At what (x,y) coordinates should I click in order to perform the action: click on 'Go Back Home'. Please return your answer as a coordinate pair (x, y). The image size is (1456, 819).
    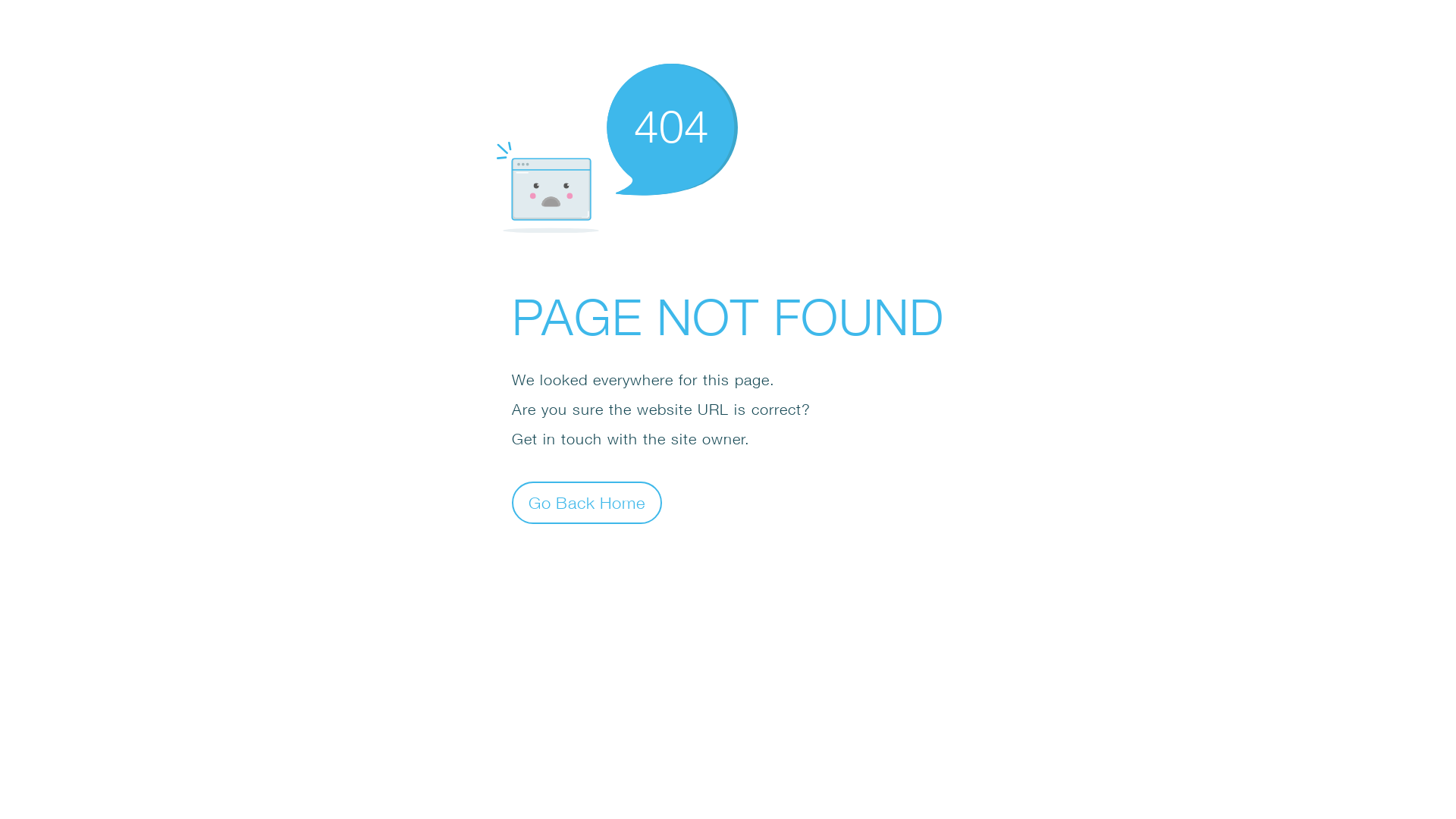
    Looking at the image, I should click on (585, 503).